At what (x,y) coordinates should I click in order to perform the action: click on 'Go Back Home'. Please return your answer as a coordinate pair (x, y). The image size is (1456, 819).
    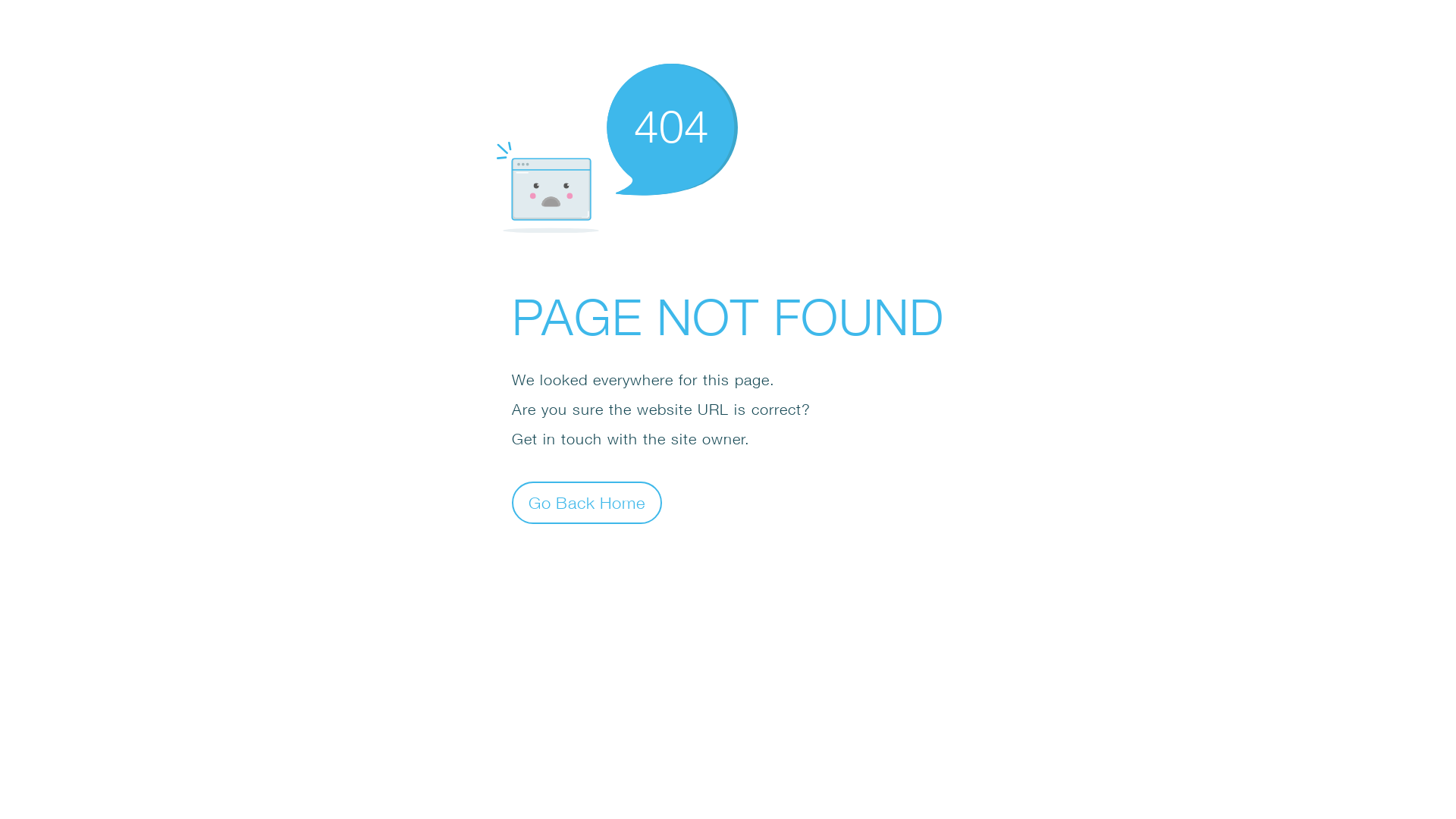
    Looking at the image, I should click on (585, 503).